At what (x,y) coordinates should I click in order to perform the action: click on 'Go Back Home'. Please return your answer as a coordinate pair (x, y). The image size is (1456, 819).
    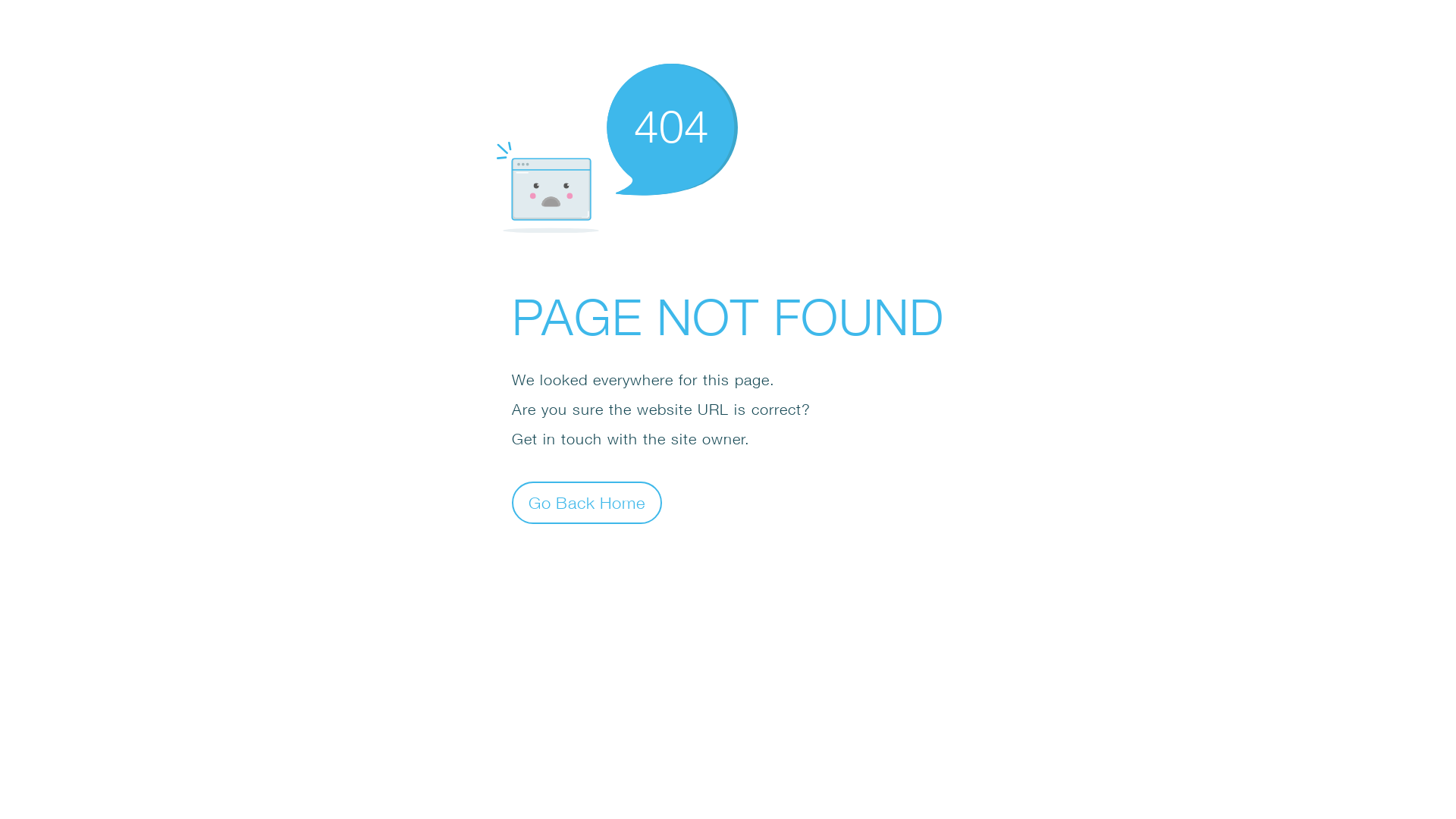
    Looking at the image, I should click on (585, 503).